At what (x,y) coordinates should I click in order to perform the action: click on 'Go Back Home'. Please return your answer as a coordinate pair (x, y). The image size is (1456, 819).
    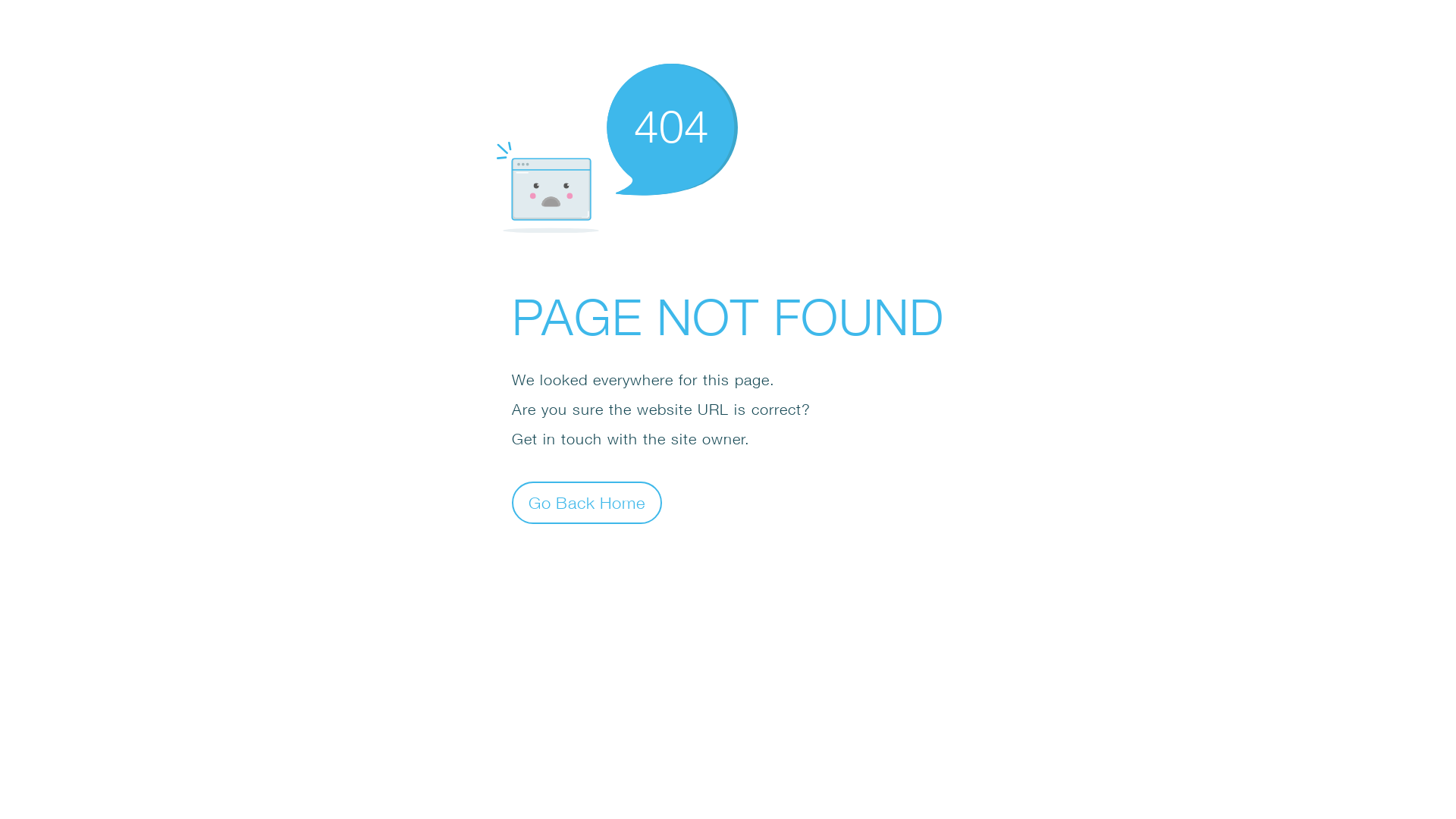
    Looking at the image, I should click on (585, 503).